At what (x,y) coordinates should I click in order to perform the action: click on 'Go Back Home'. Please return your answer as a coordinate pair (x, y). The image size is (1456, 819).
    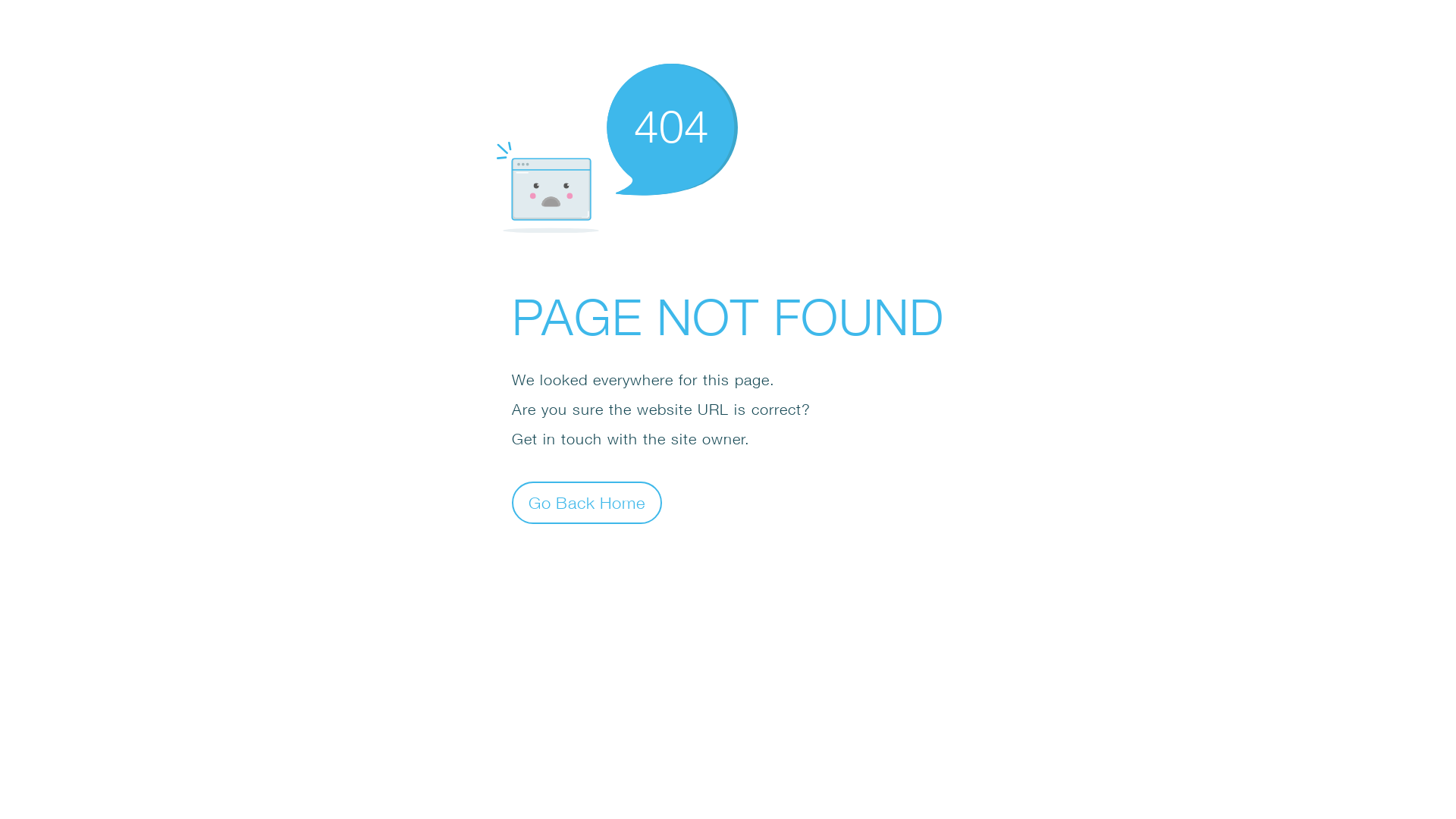
    Looking at the image, I should click on (585, 503).